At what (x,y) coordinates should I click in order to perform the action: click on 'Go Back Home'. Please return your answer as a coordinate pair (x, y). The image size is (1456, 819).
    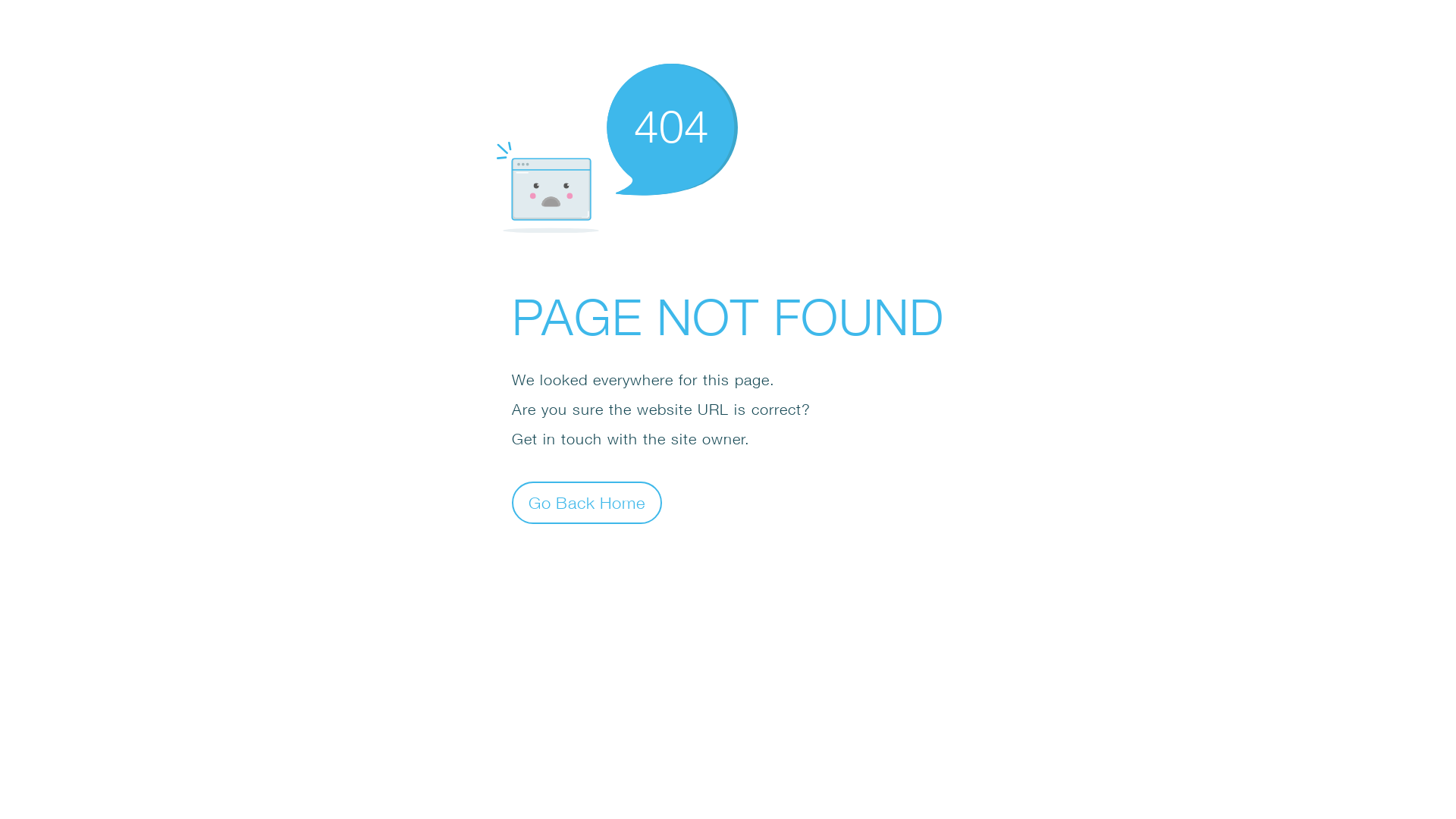
    Looking at the image, I should click on (585, 503).